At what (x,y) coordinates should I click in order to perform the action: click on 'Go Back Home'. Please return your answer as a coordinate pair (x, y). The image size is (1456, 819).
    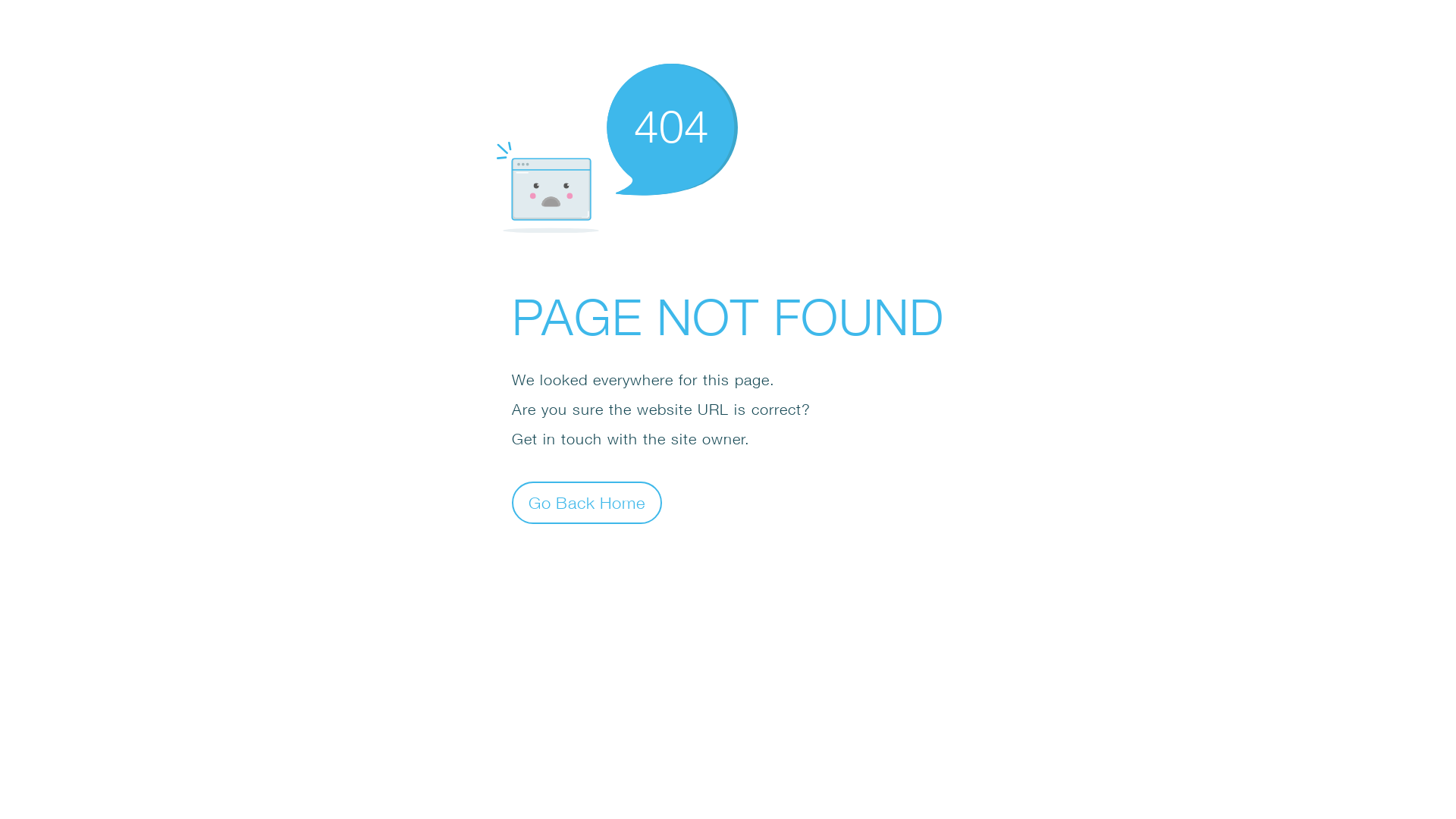
    Looking at the image, I should click on (585, 503).